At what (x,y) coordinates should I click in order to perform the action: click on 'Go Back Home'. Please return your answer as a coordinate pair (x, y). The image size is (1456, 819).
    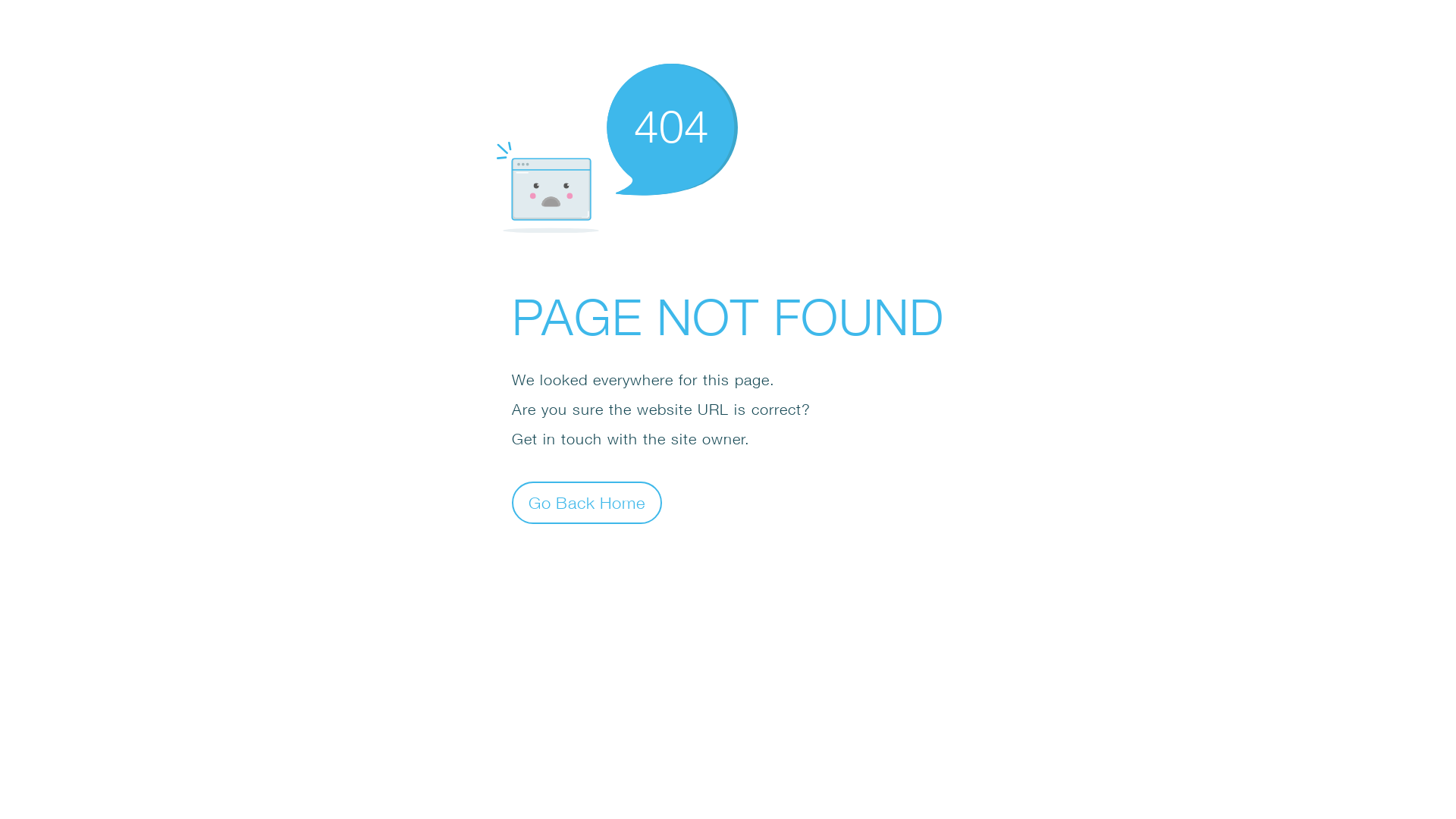
    Looking at the image, I should click on (585, 503).